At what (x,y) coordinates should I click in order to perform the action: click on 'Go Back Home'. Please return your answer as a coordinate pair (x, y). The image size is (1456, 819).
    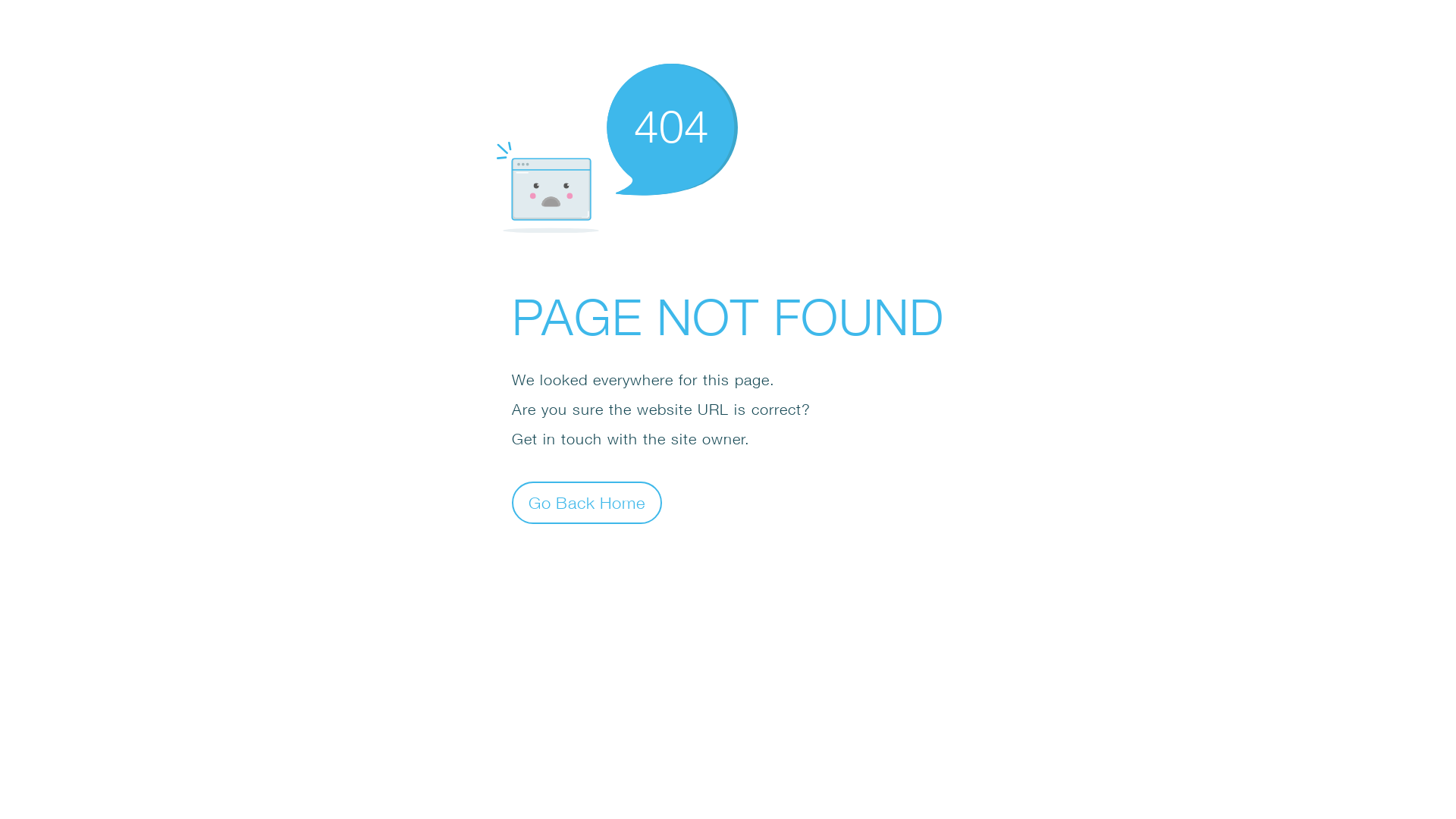
    Looking at the image, I should click on (585, 503).